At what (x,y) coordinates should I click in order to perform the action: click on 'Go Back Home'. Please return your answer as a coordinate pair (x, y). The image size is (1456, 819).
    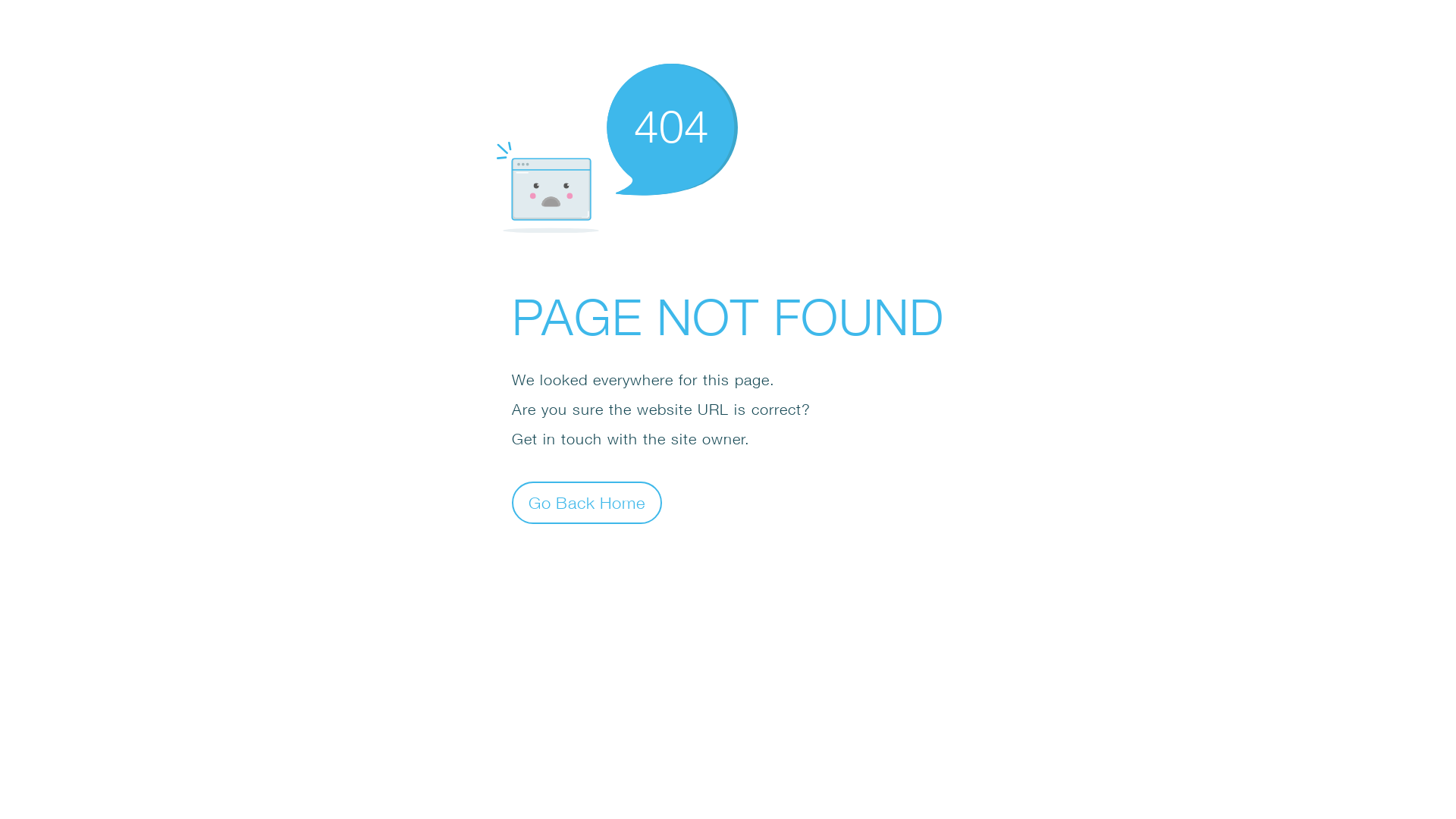
    Looking at the image, I should click on (585, 503).